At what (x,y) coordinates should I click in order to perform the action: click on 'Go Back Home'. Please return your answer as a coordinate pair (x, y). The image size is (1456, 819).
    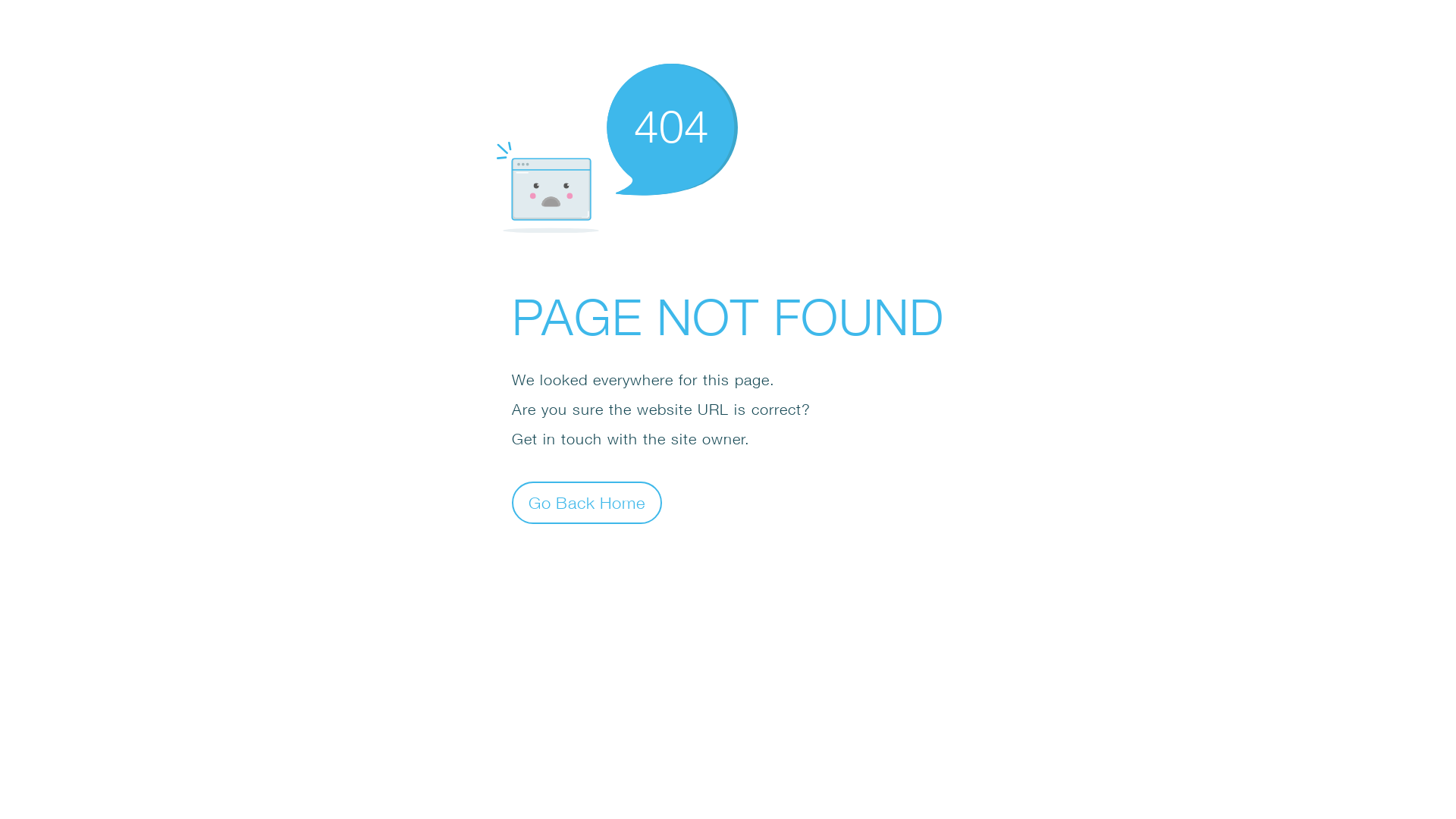
    Looking at the image, I should click on (585, 503).